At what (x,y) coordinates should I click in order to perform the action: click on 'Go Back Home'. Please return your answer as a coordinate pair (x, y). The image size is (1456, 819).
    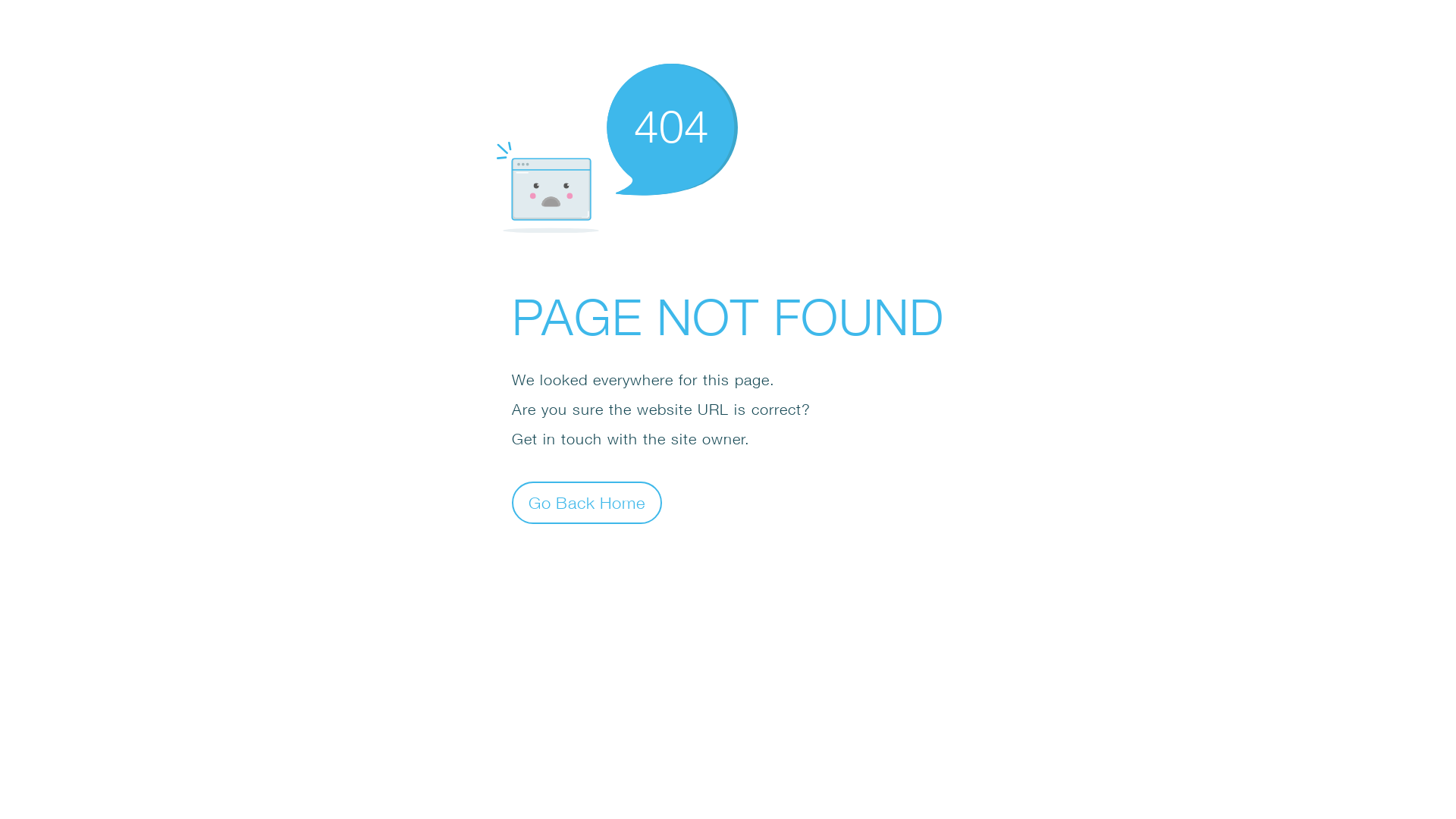
    Looking at the image, I should click on (585, 503).